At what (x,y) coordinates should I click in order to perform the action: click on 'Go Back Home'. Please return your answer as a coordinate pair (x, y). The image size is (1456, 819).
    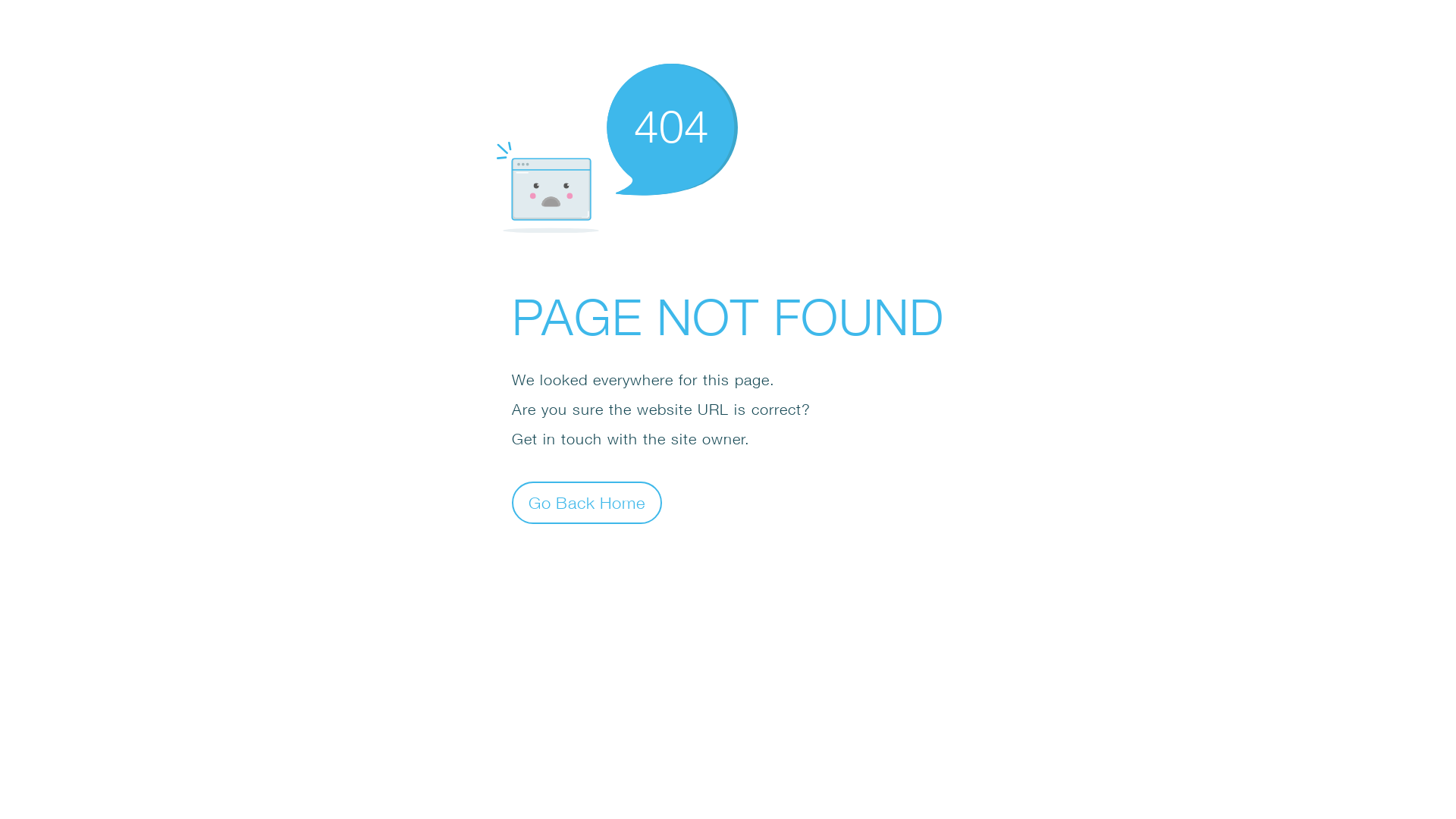
    Looking at the image, I should click on (585, 503).